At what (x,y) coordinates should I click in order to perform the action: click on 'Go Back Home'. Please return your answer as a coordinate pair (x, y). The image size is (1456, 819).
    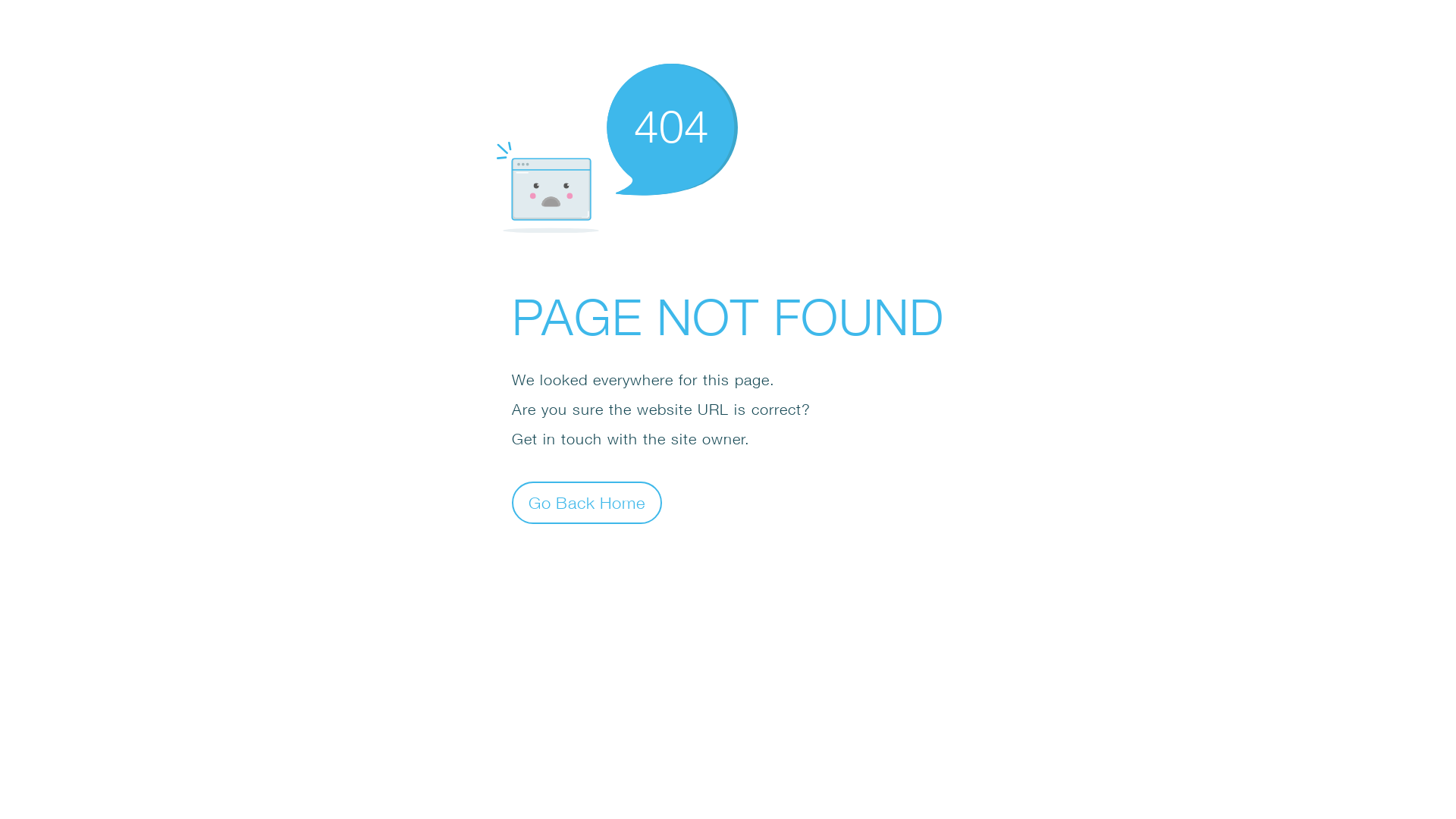
    Looking at the image, I should click on (585, 503).